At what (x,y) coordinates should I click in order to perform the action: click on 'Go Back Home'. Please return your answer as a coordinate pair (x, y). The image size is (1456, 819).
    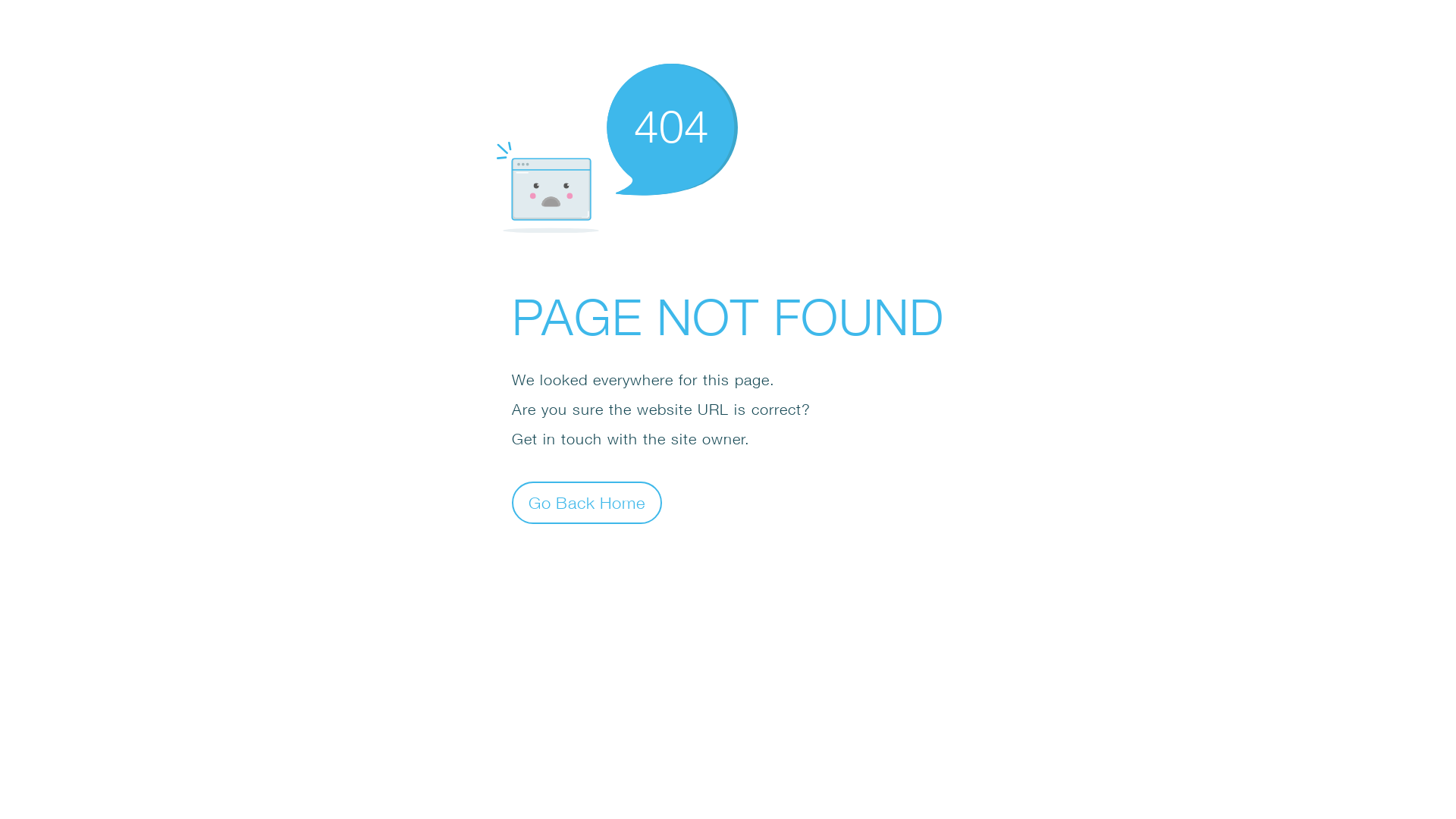
    Looking at the image, I should click on (585, 503).